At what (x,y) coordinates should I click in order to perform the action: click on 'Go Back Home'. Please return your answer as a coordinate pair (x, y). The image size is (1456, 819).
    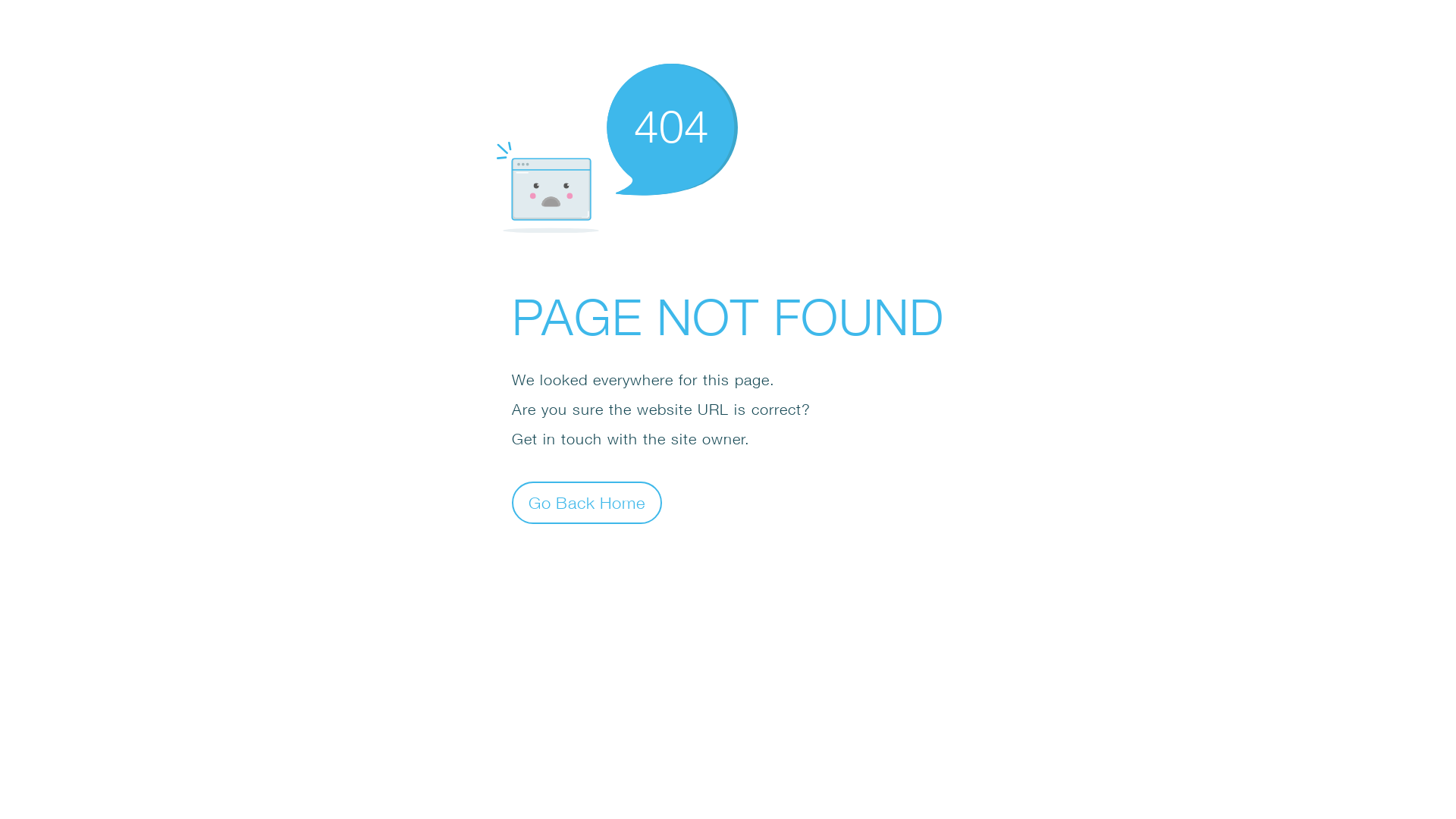
    Looking at the image, I should click on (585, 503).